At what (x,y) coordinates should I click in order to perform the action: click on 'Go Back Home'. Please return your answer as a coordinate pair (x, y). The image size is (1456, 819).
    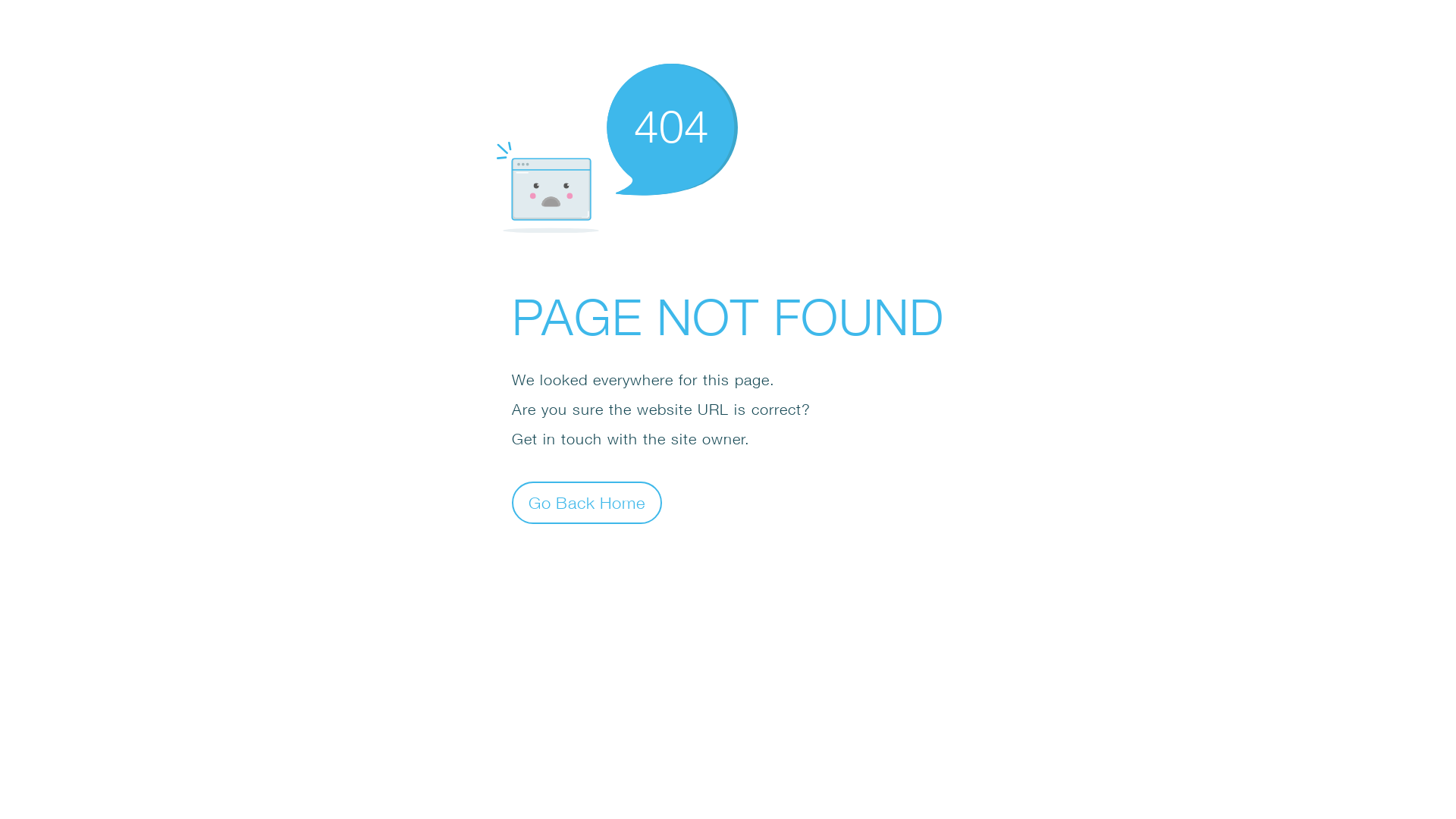
    Looking at the image, I should click on (585, 503).